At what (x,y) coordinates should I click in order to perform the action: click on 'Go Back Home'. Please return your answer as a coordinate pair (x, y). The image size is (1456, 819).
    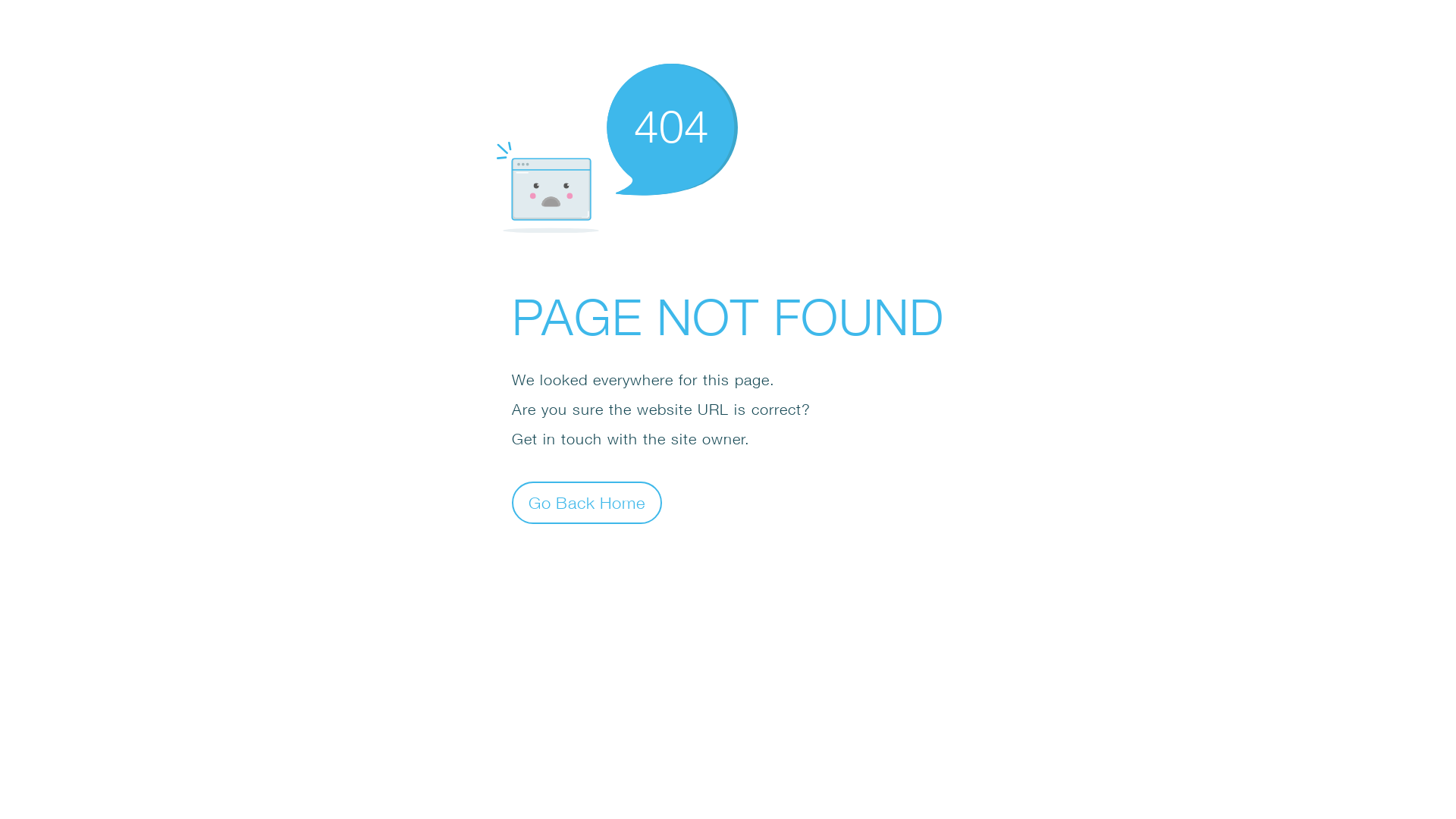
    Looking at the image, I should click on (585, 503).